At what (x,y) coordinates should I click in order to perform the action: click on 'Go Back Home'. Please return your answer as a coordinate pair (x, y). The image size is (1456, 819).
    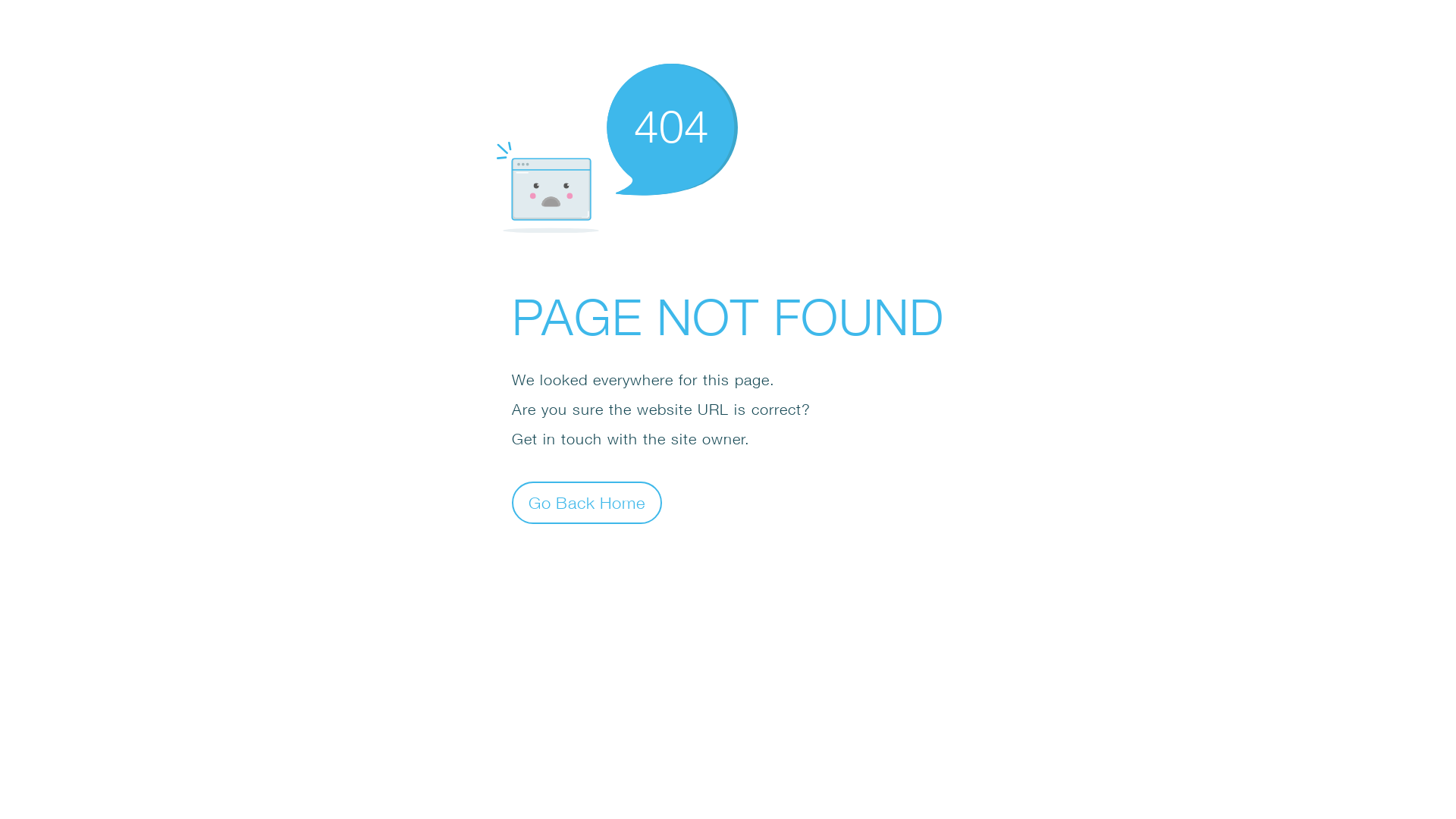
    Looking at the image, I should click on (585, 503).